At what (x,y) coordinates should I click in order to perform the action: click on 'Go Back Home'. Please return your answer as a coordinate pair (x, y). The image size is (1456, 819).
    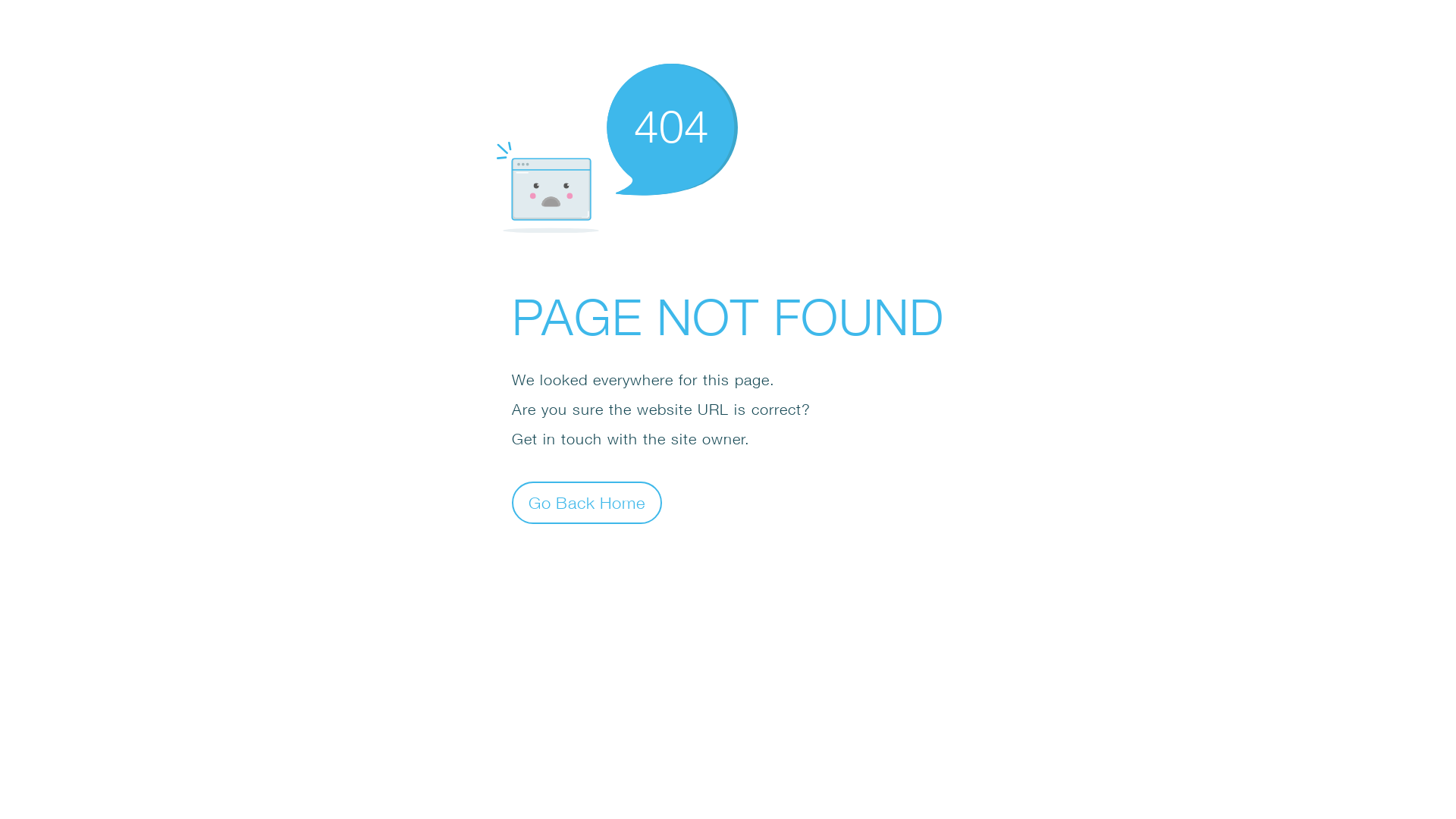
    Looking at the image, I should click on (585, 503).